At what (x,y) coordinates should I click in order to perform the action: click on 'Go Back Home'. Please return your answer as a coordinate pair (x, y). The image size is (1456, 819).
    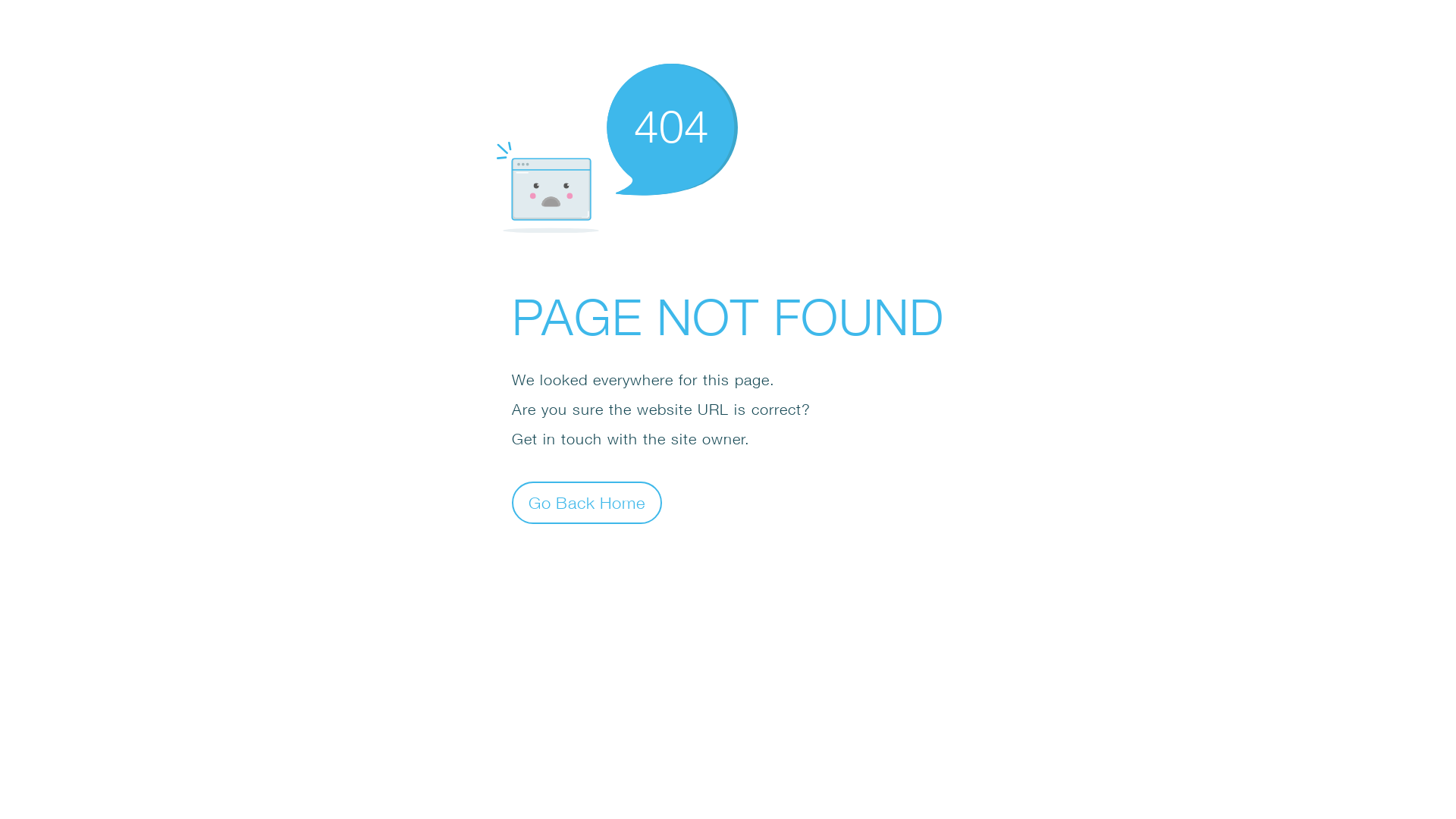
    Looking at the image, I should click on (585, 503).